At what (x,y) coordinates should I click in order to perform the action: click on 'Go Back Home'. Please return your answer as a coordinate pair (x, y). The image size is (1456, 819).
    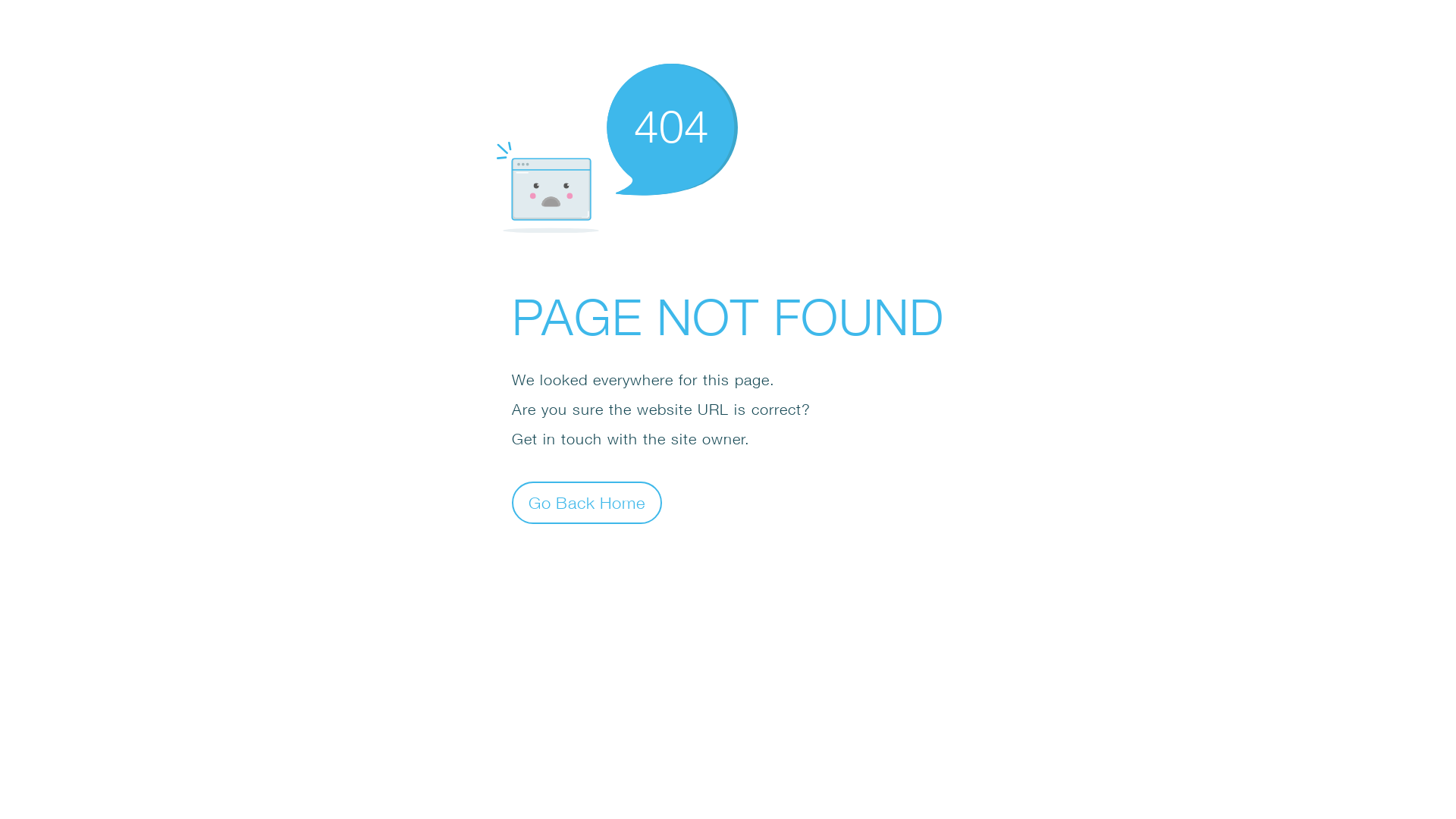
    Looking at the image, I should click on (585, 503).